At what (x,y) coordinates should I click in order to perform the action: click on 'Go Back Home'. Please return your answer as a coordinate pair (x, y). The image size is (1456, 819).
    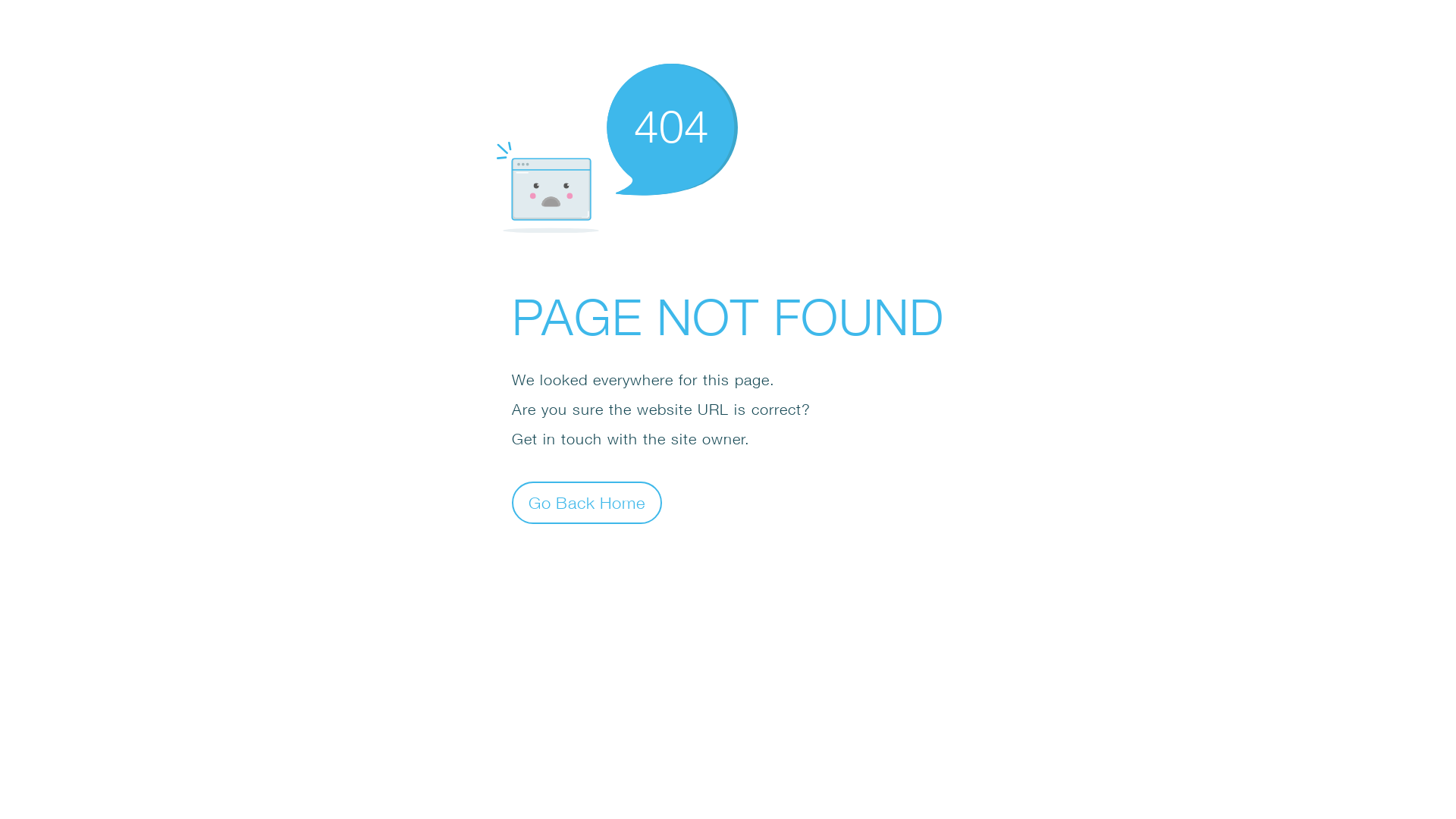
    Looking at the image, I should click on (585, 503).